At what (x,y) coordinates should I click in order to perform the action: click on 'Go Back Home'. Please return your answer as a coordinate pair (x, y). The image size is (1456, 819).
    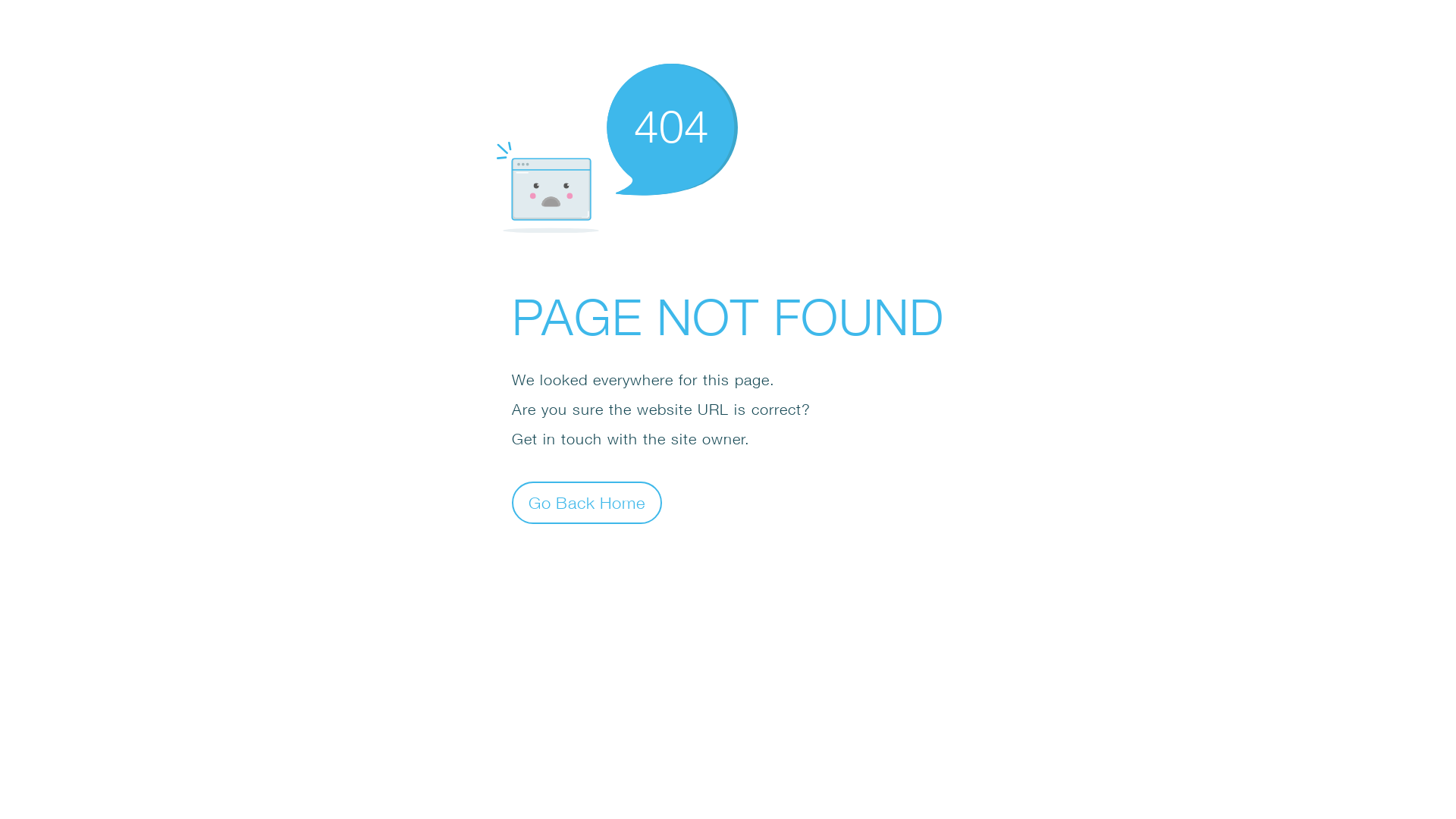
    Looking at the image, I should click on (585, 503).